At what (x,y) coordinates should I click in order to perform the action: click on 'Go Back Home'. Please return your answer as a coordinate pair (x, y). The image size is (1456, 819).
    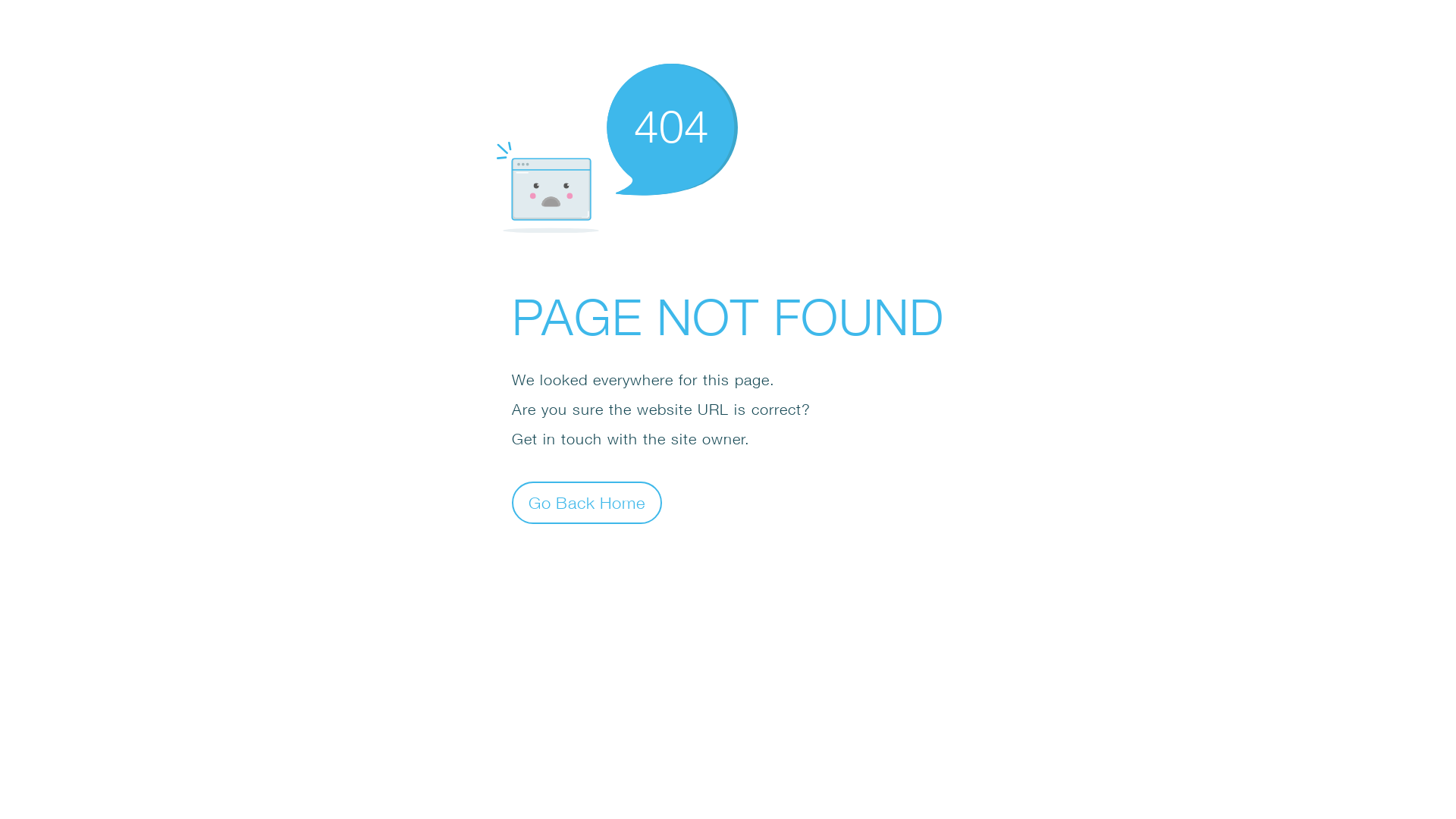
    Looking at the image, I should click on (585, 503).